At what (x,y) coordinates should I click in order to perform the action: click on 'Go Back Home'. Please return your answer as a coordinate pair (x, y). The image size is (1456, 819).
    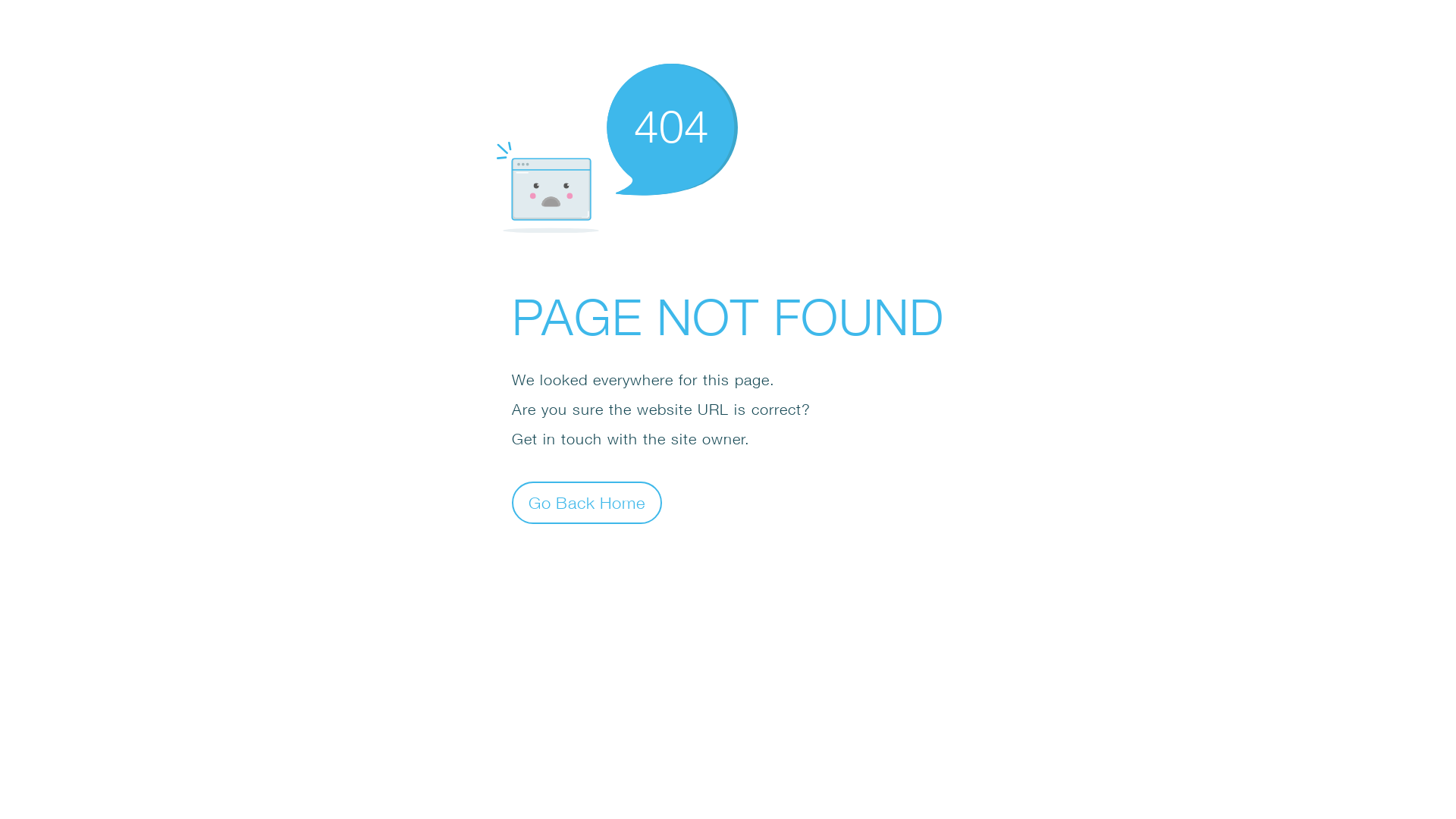
    Looking at the image, I should click on (585, 503).